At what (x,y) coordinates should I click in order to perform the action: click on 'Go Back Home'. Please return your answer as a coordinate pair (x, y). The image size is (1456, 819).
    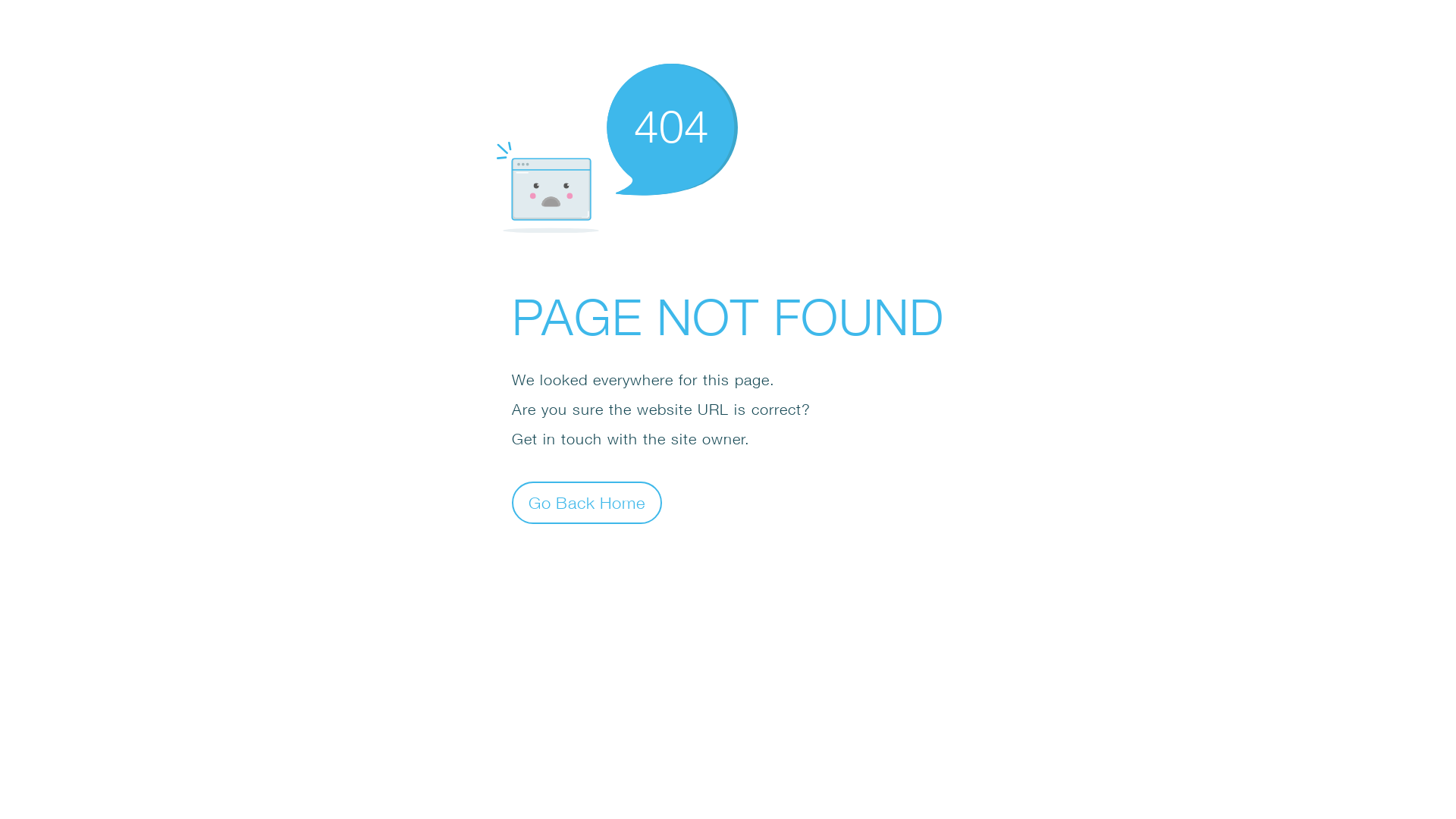
    Looking at the image, I should click on (585, 503).